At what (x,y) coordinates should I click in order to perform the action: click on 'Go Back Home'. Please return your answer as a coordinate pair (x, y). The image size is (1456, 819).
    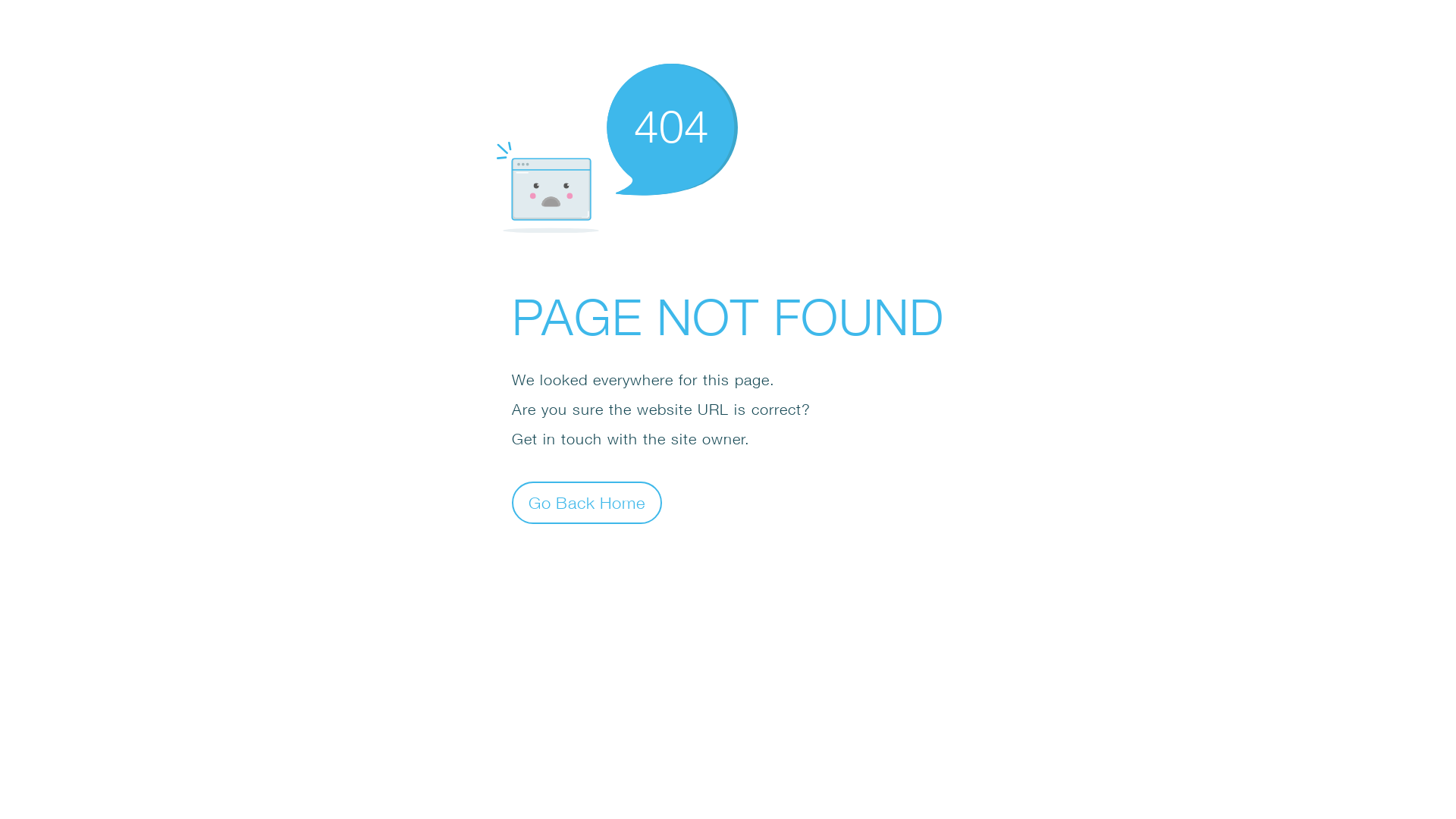
    Looking at the image, I should click on (585, 503).